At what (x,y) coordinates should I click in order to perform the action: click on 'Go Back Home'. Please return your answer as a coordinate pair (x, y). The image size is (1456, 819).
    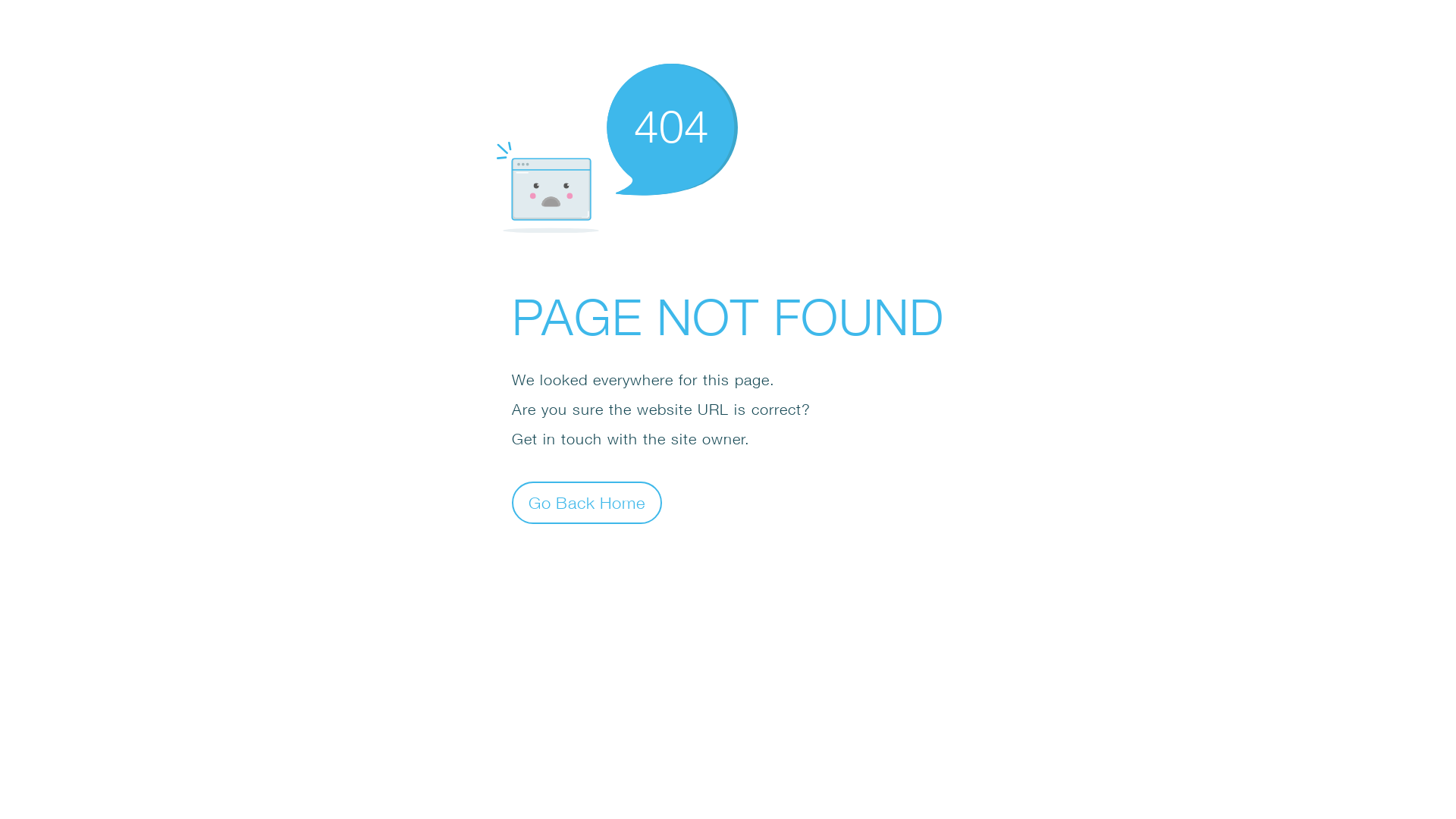
    Looking at the image, I should click on (585, 503).